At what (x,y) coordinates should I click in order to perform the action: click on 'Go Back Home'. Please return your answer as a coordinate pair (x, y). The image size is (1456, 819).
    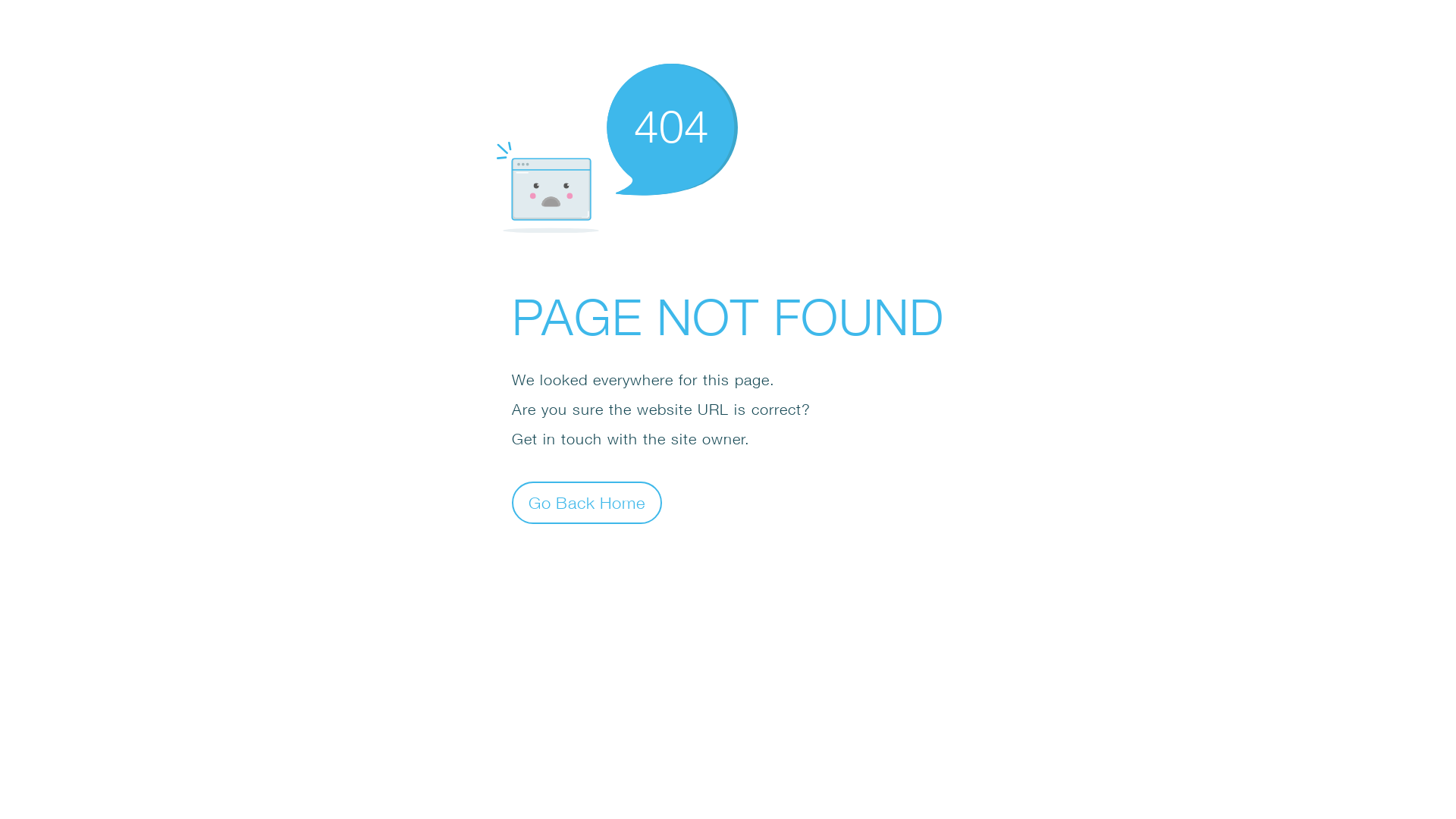
    Looking at the image, I should click on (585, 503).